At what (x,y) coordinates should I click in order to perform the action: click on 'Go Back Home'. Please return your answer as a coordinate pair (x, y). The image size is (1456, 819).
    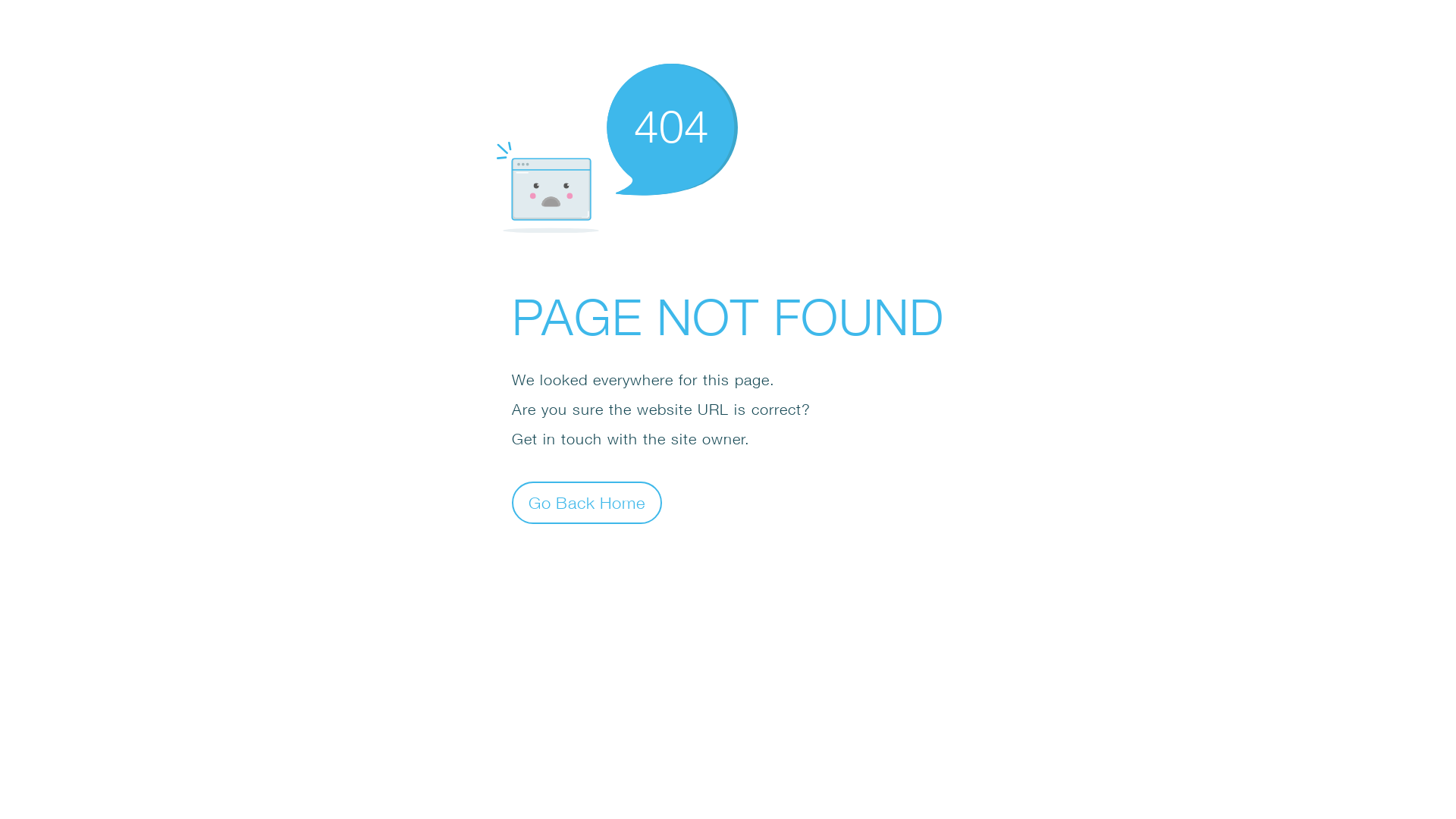
    Looking at the image, I should click on (585, 503).